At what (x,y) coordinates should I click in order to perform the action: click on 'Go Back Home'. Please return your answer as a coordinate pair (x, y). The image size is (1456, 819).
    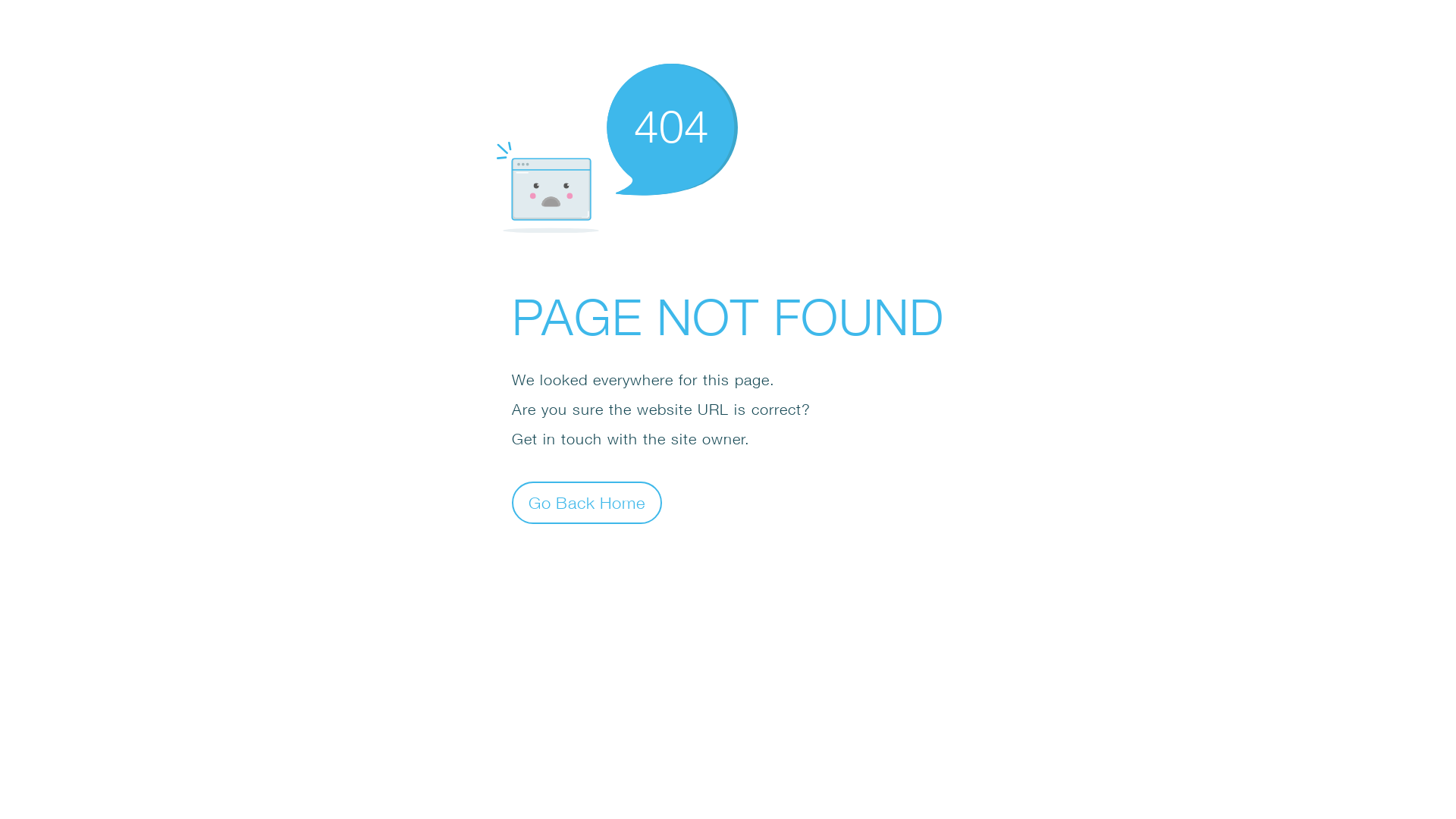
    Looking at the image, I should click on (585, 503).